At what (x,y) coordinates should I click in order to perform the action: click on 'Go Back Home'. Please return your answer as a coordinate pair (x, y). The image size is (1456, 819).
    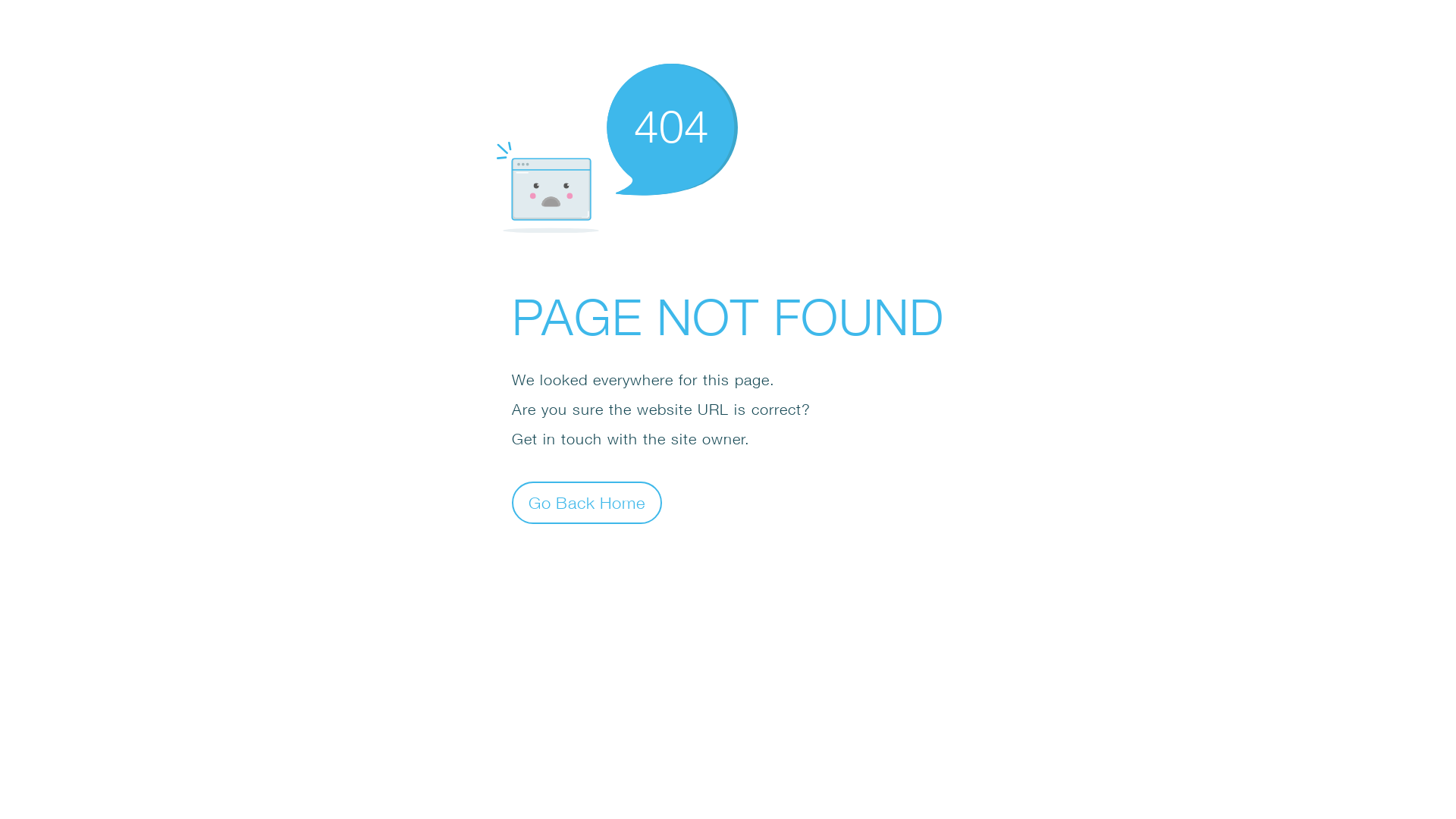
    Looking at the image, I should click on (585, 503).